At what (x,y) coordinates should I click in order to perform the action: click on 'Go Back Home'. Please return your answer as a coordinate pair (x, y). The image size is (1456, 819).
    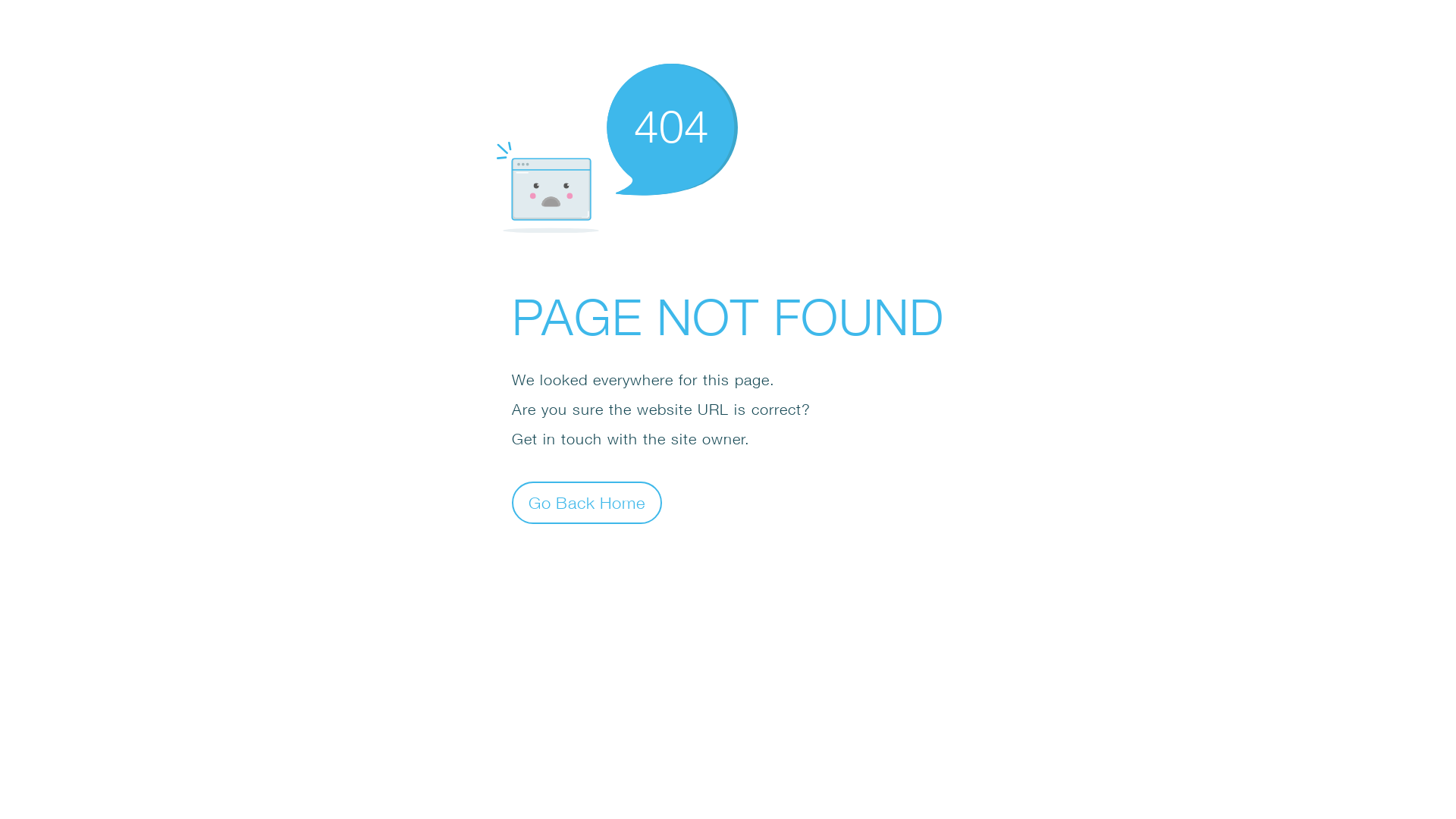
    Looking at the image, I should click on (585, 503).